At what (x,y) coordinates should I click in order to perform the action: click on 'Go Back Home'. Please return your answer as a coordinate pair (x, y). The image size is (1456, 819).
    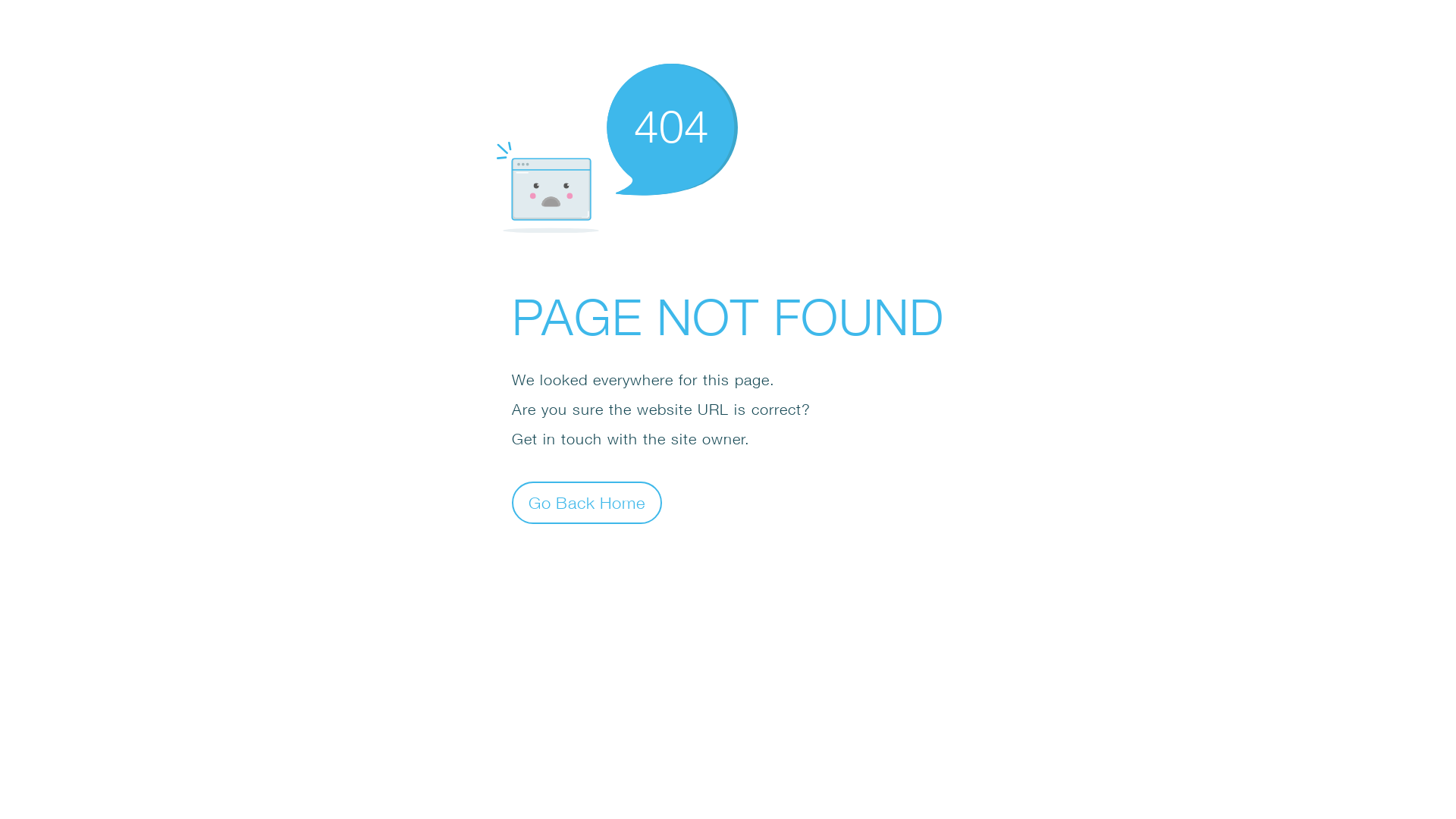
    Looking at the image, I should click on (585, 503).